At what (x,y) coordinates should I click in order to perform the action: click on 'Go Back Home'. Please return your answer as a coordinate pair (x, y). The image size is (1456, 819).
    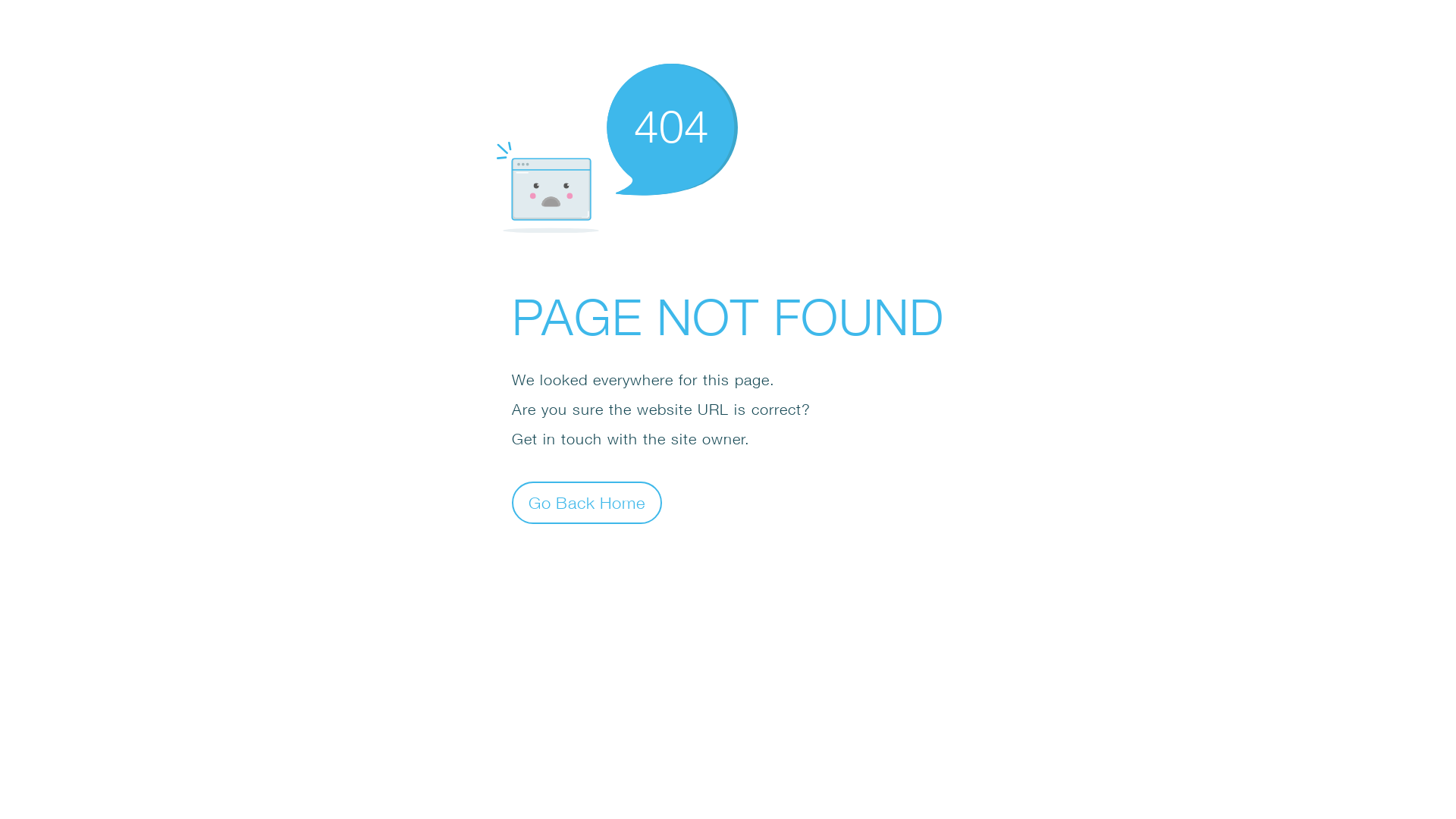
    Looking at the image, I should click on (585, 503).